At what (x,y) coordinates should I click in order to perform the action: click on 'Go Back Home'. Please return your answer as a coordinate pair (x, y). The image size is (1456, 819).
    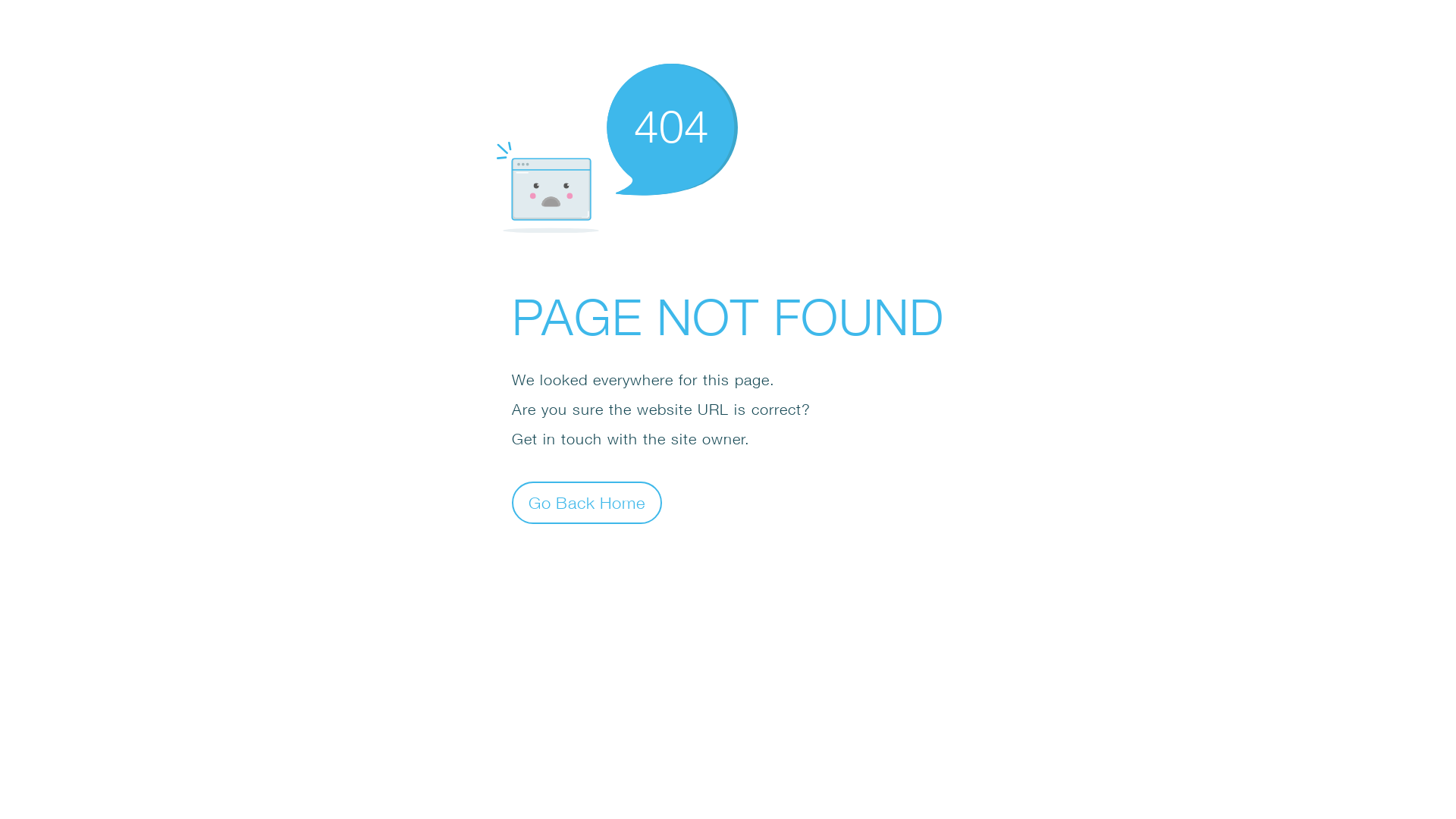
    Looking at the image, I should click on (585, 503).